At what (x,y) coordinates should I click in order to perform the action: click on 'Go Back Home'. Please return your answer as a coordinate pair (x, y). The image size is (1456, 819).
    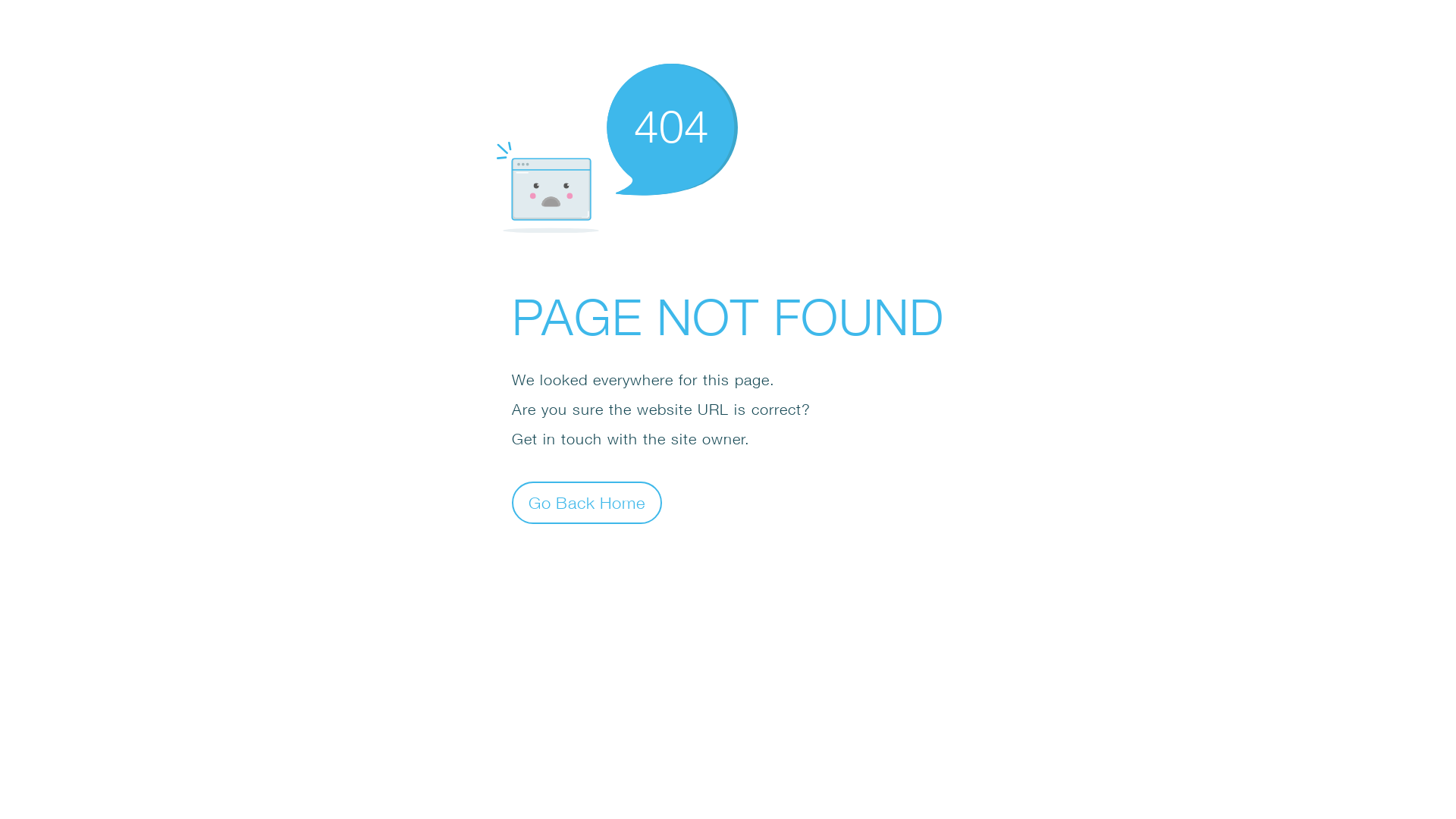
    Looking at the image, I should click on (585, 503).